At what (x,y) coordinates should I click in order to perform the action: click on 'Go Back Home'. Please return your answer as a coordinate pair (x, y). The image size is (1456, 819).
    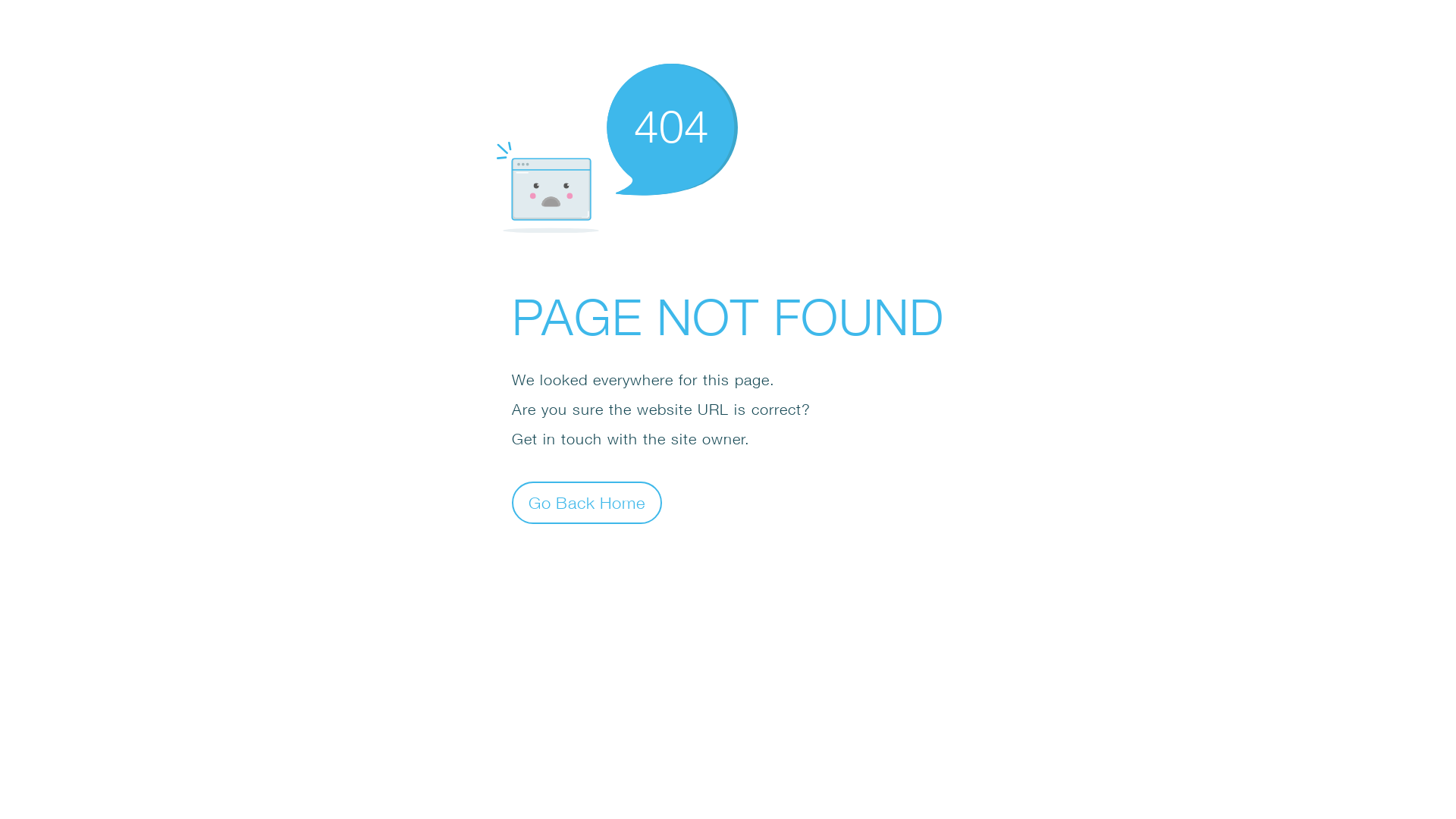
    Looking at the image, I should click on (585, 503).